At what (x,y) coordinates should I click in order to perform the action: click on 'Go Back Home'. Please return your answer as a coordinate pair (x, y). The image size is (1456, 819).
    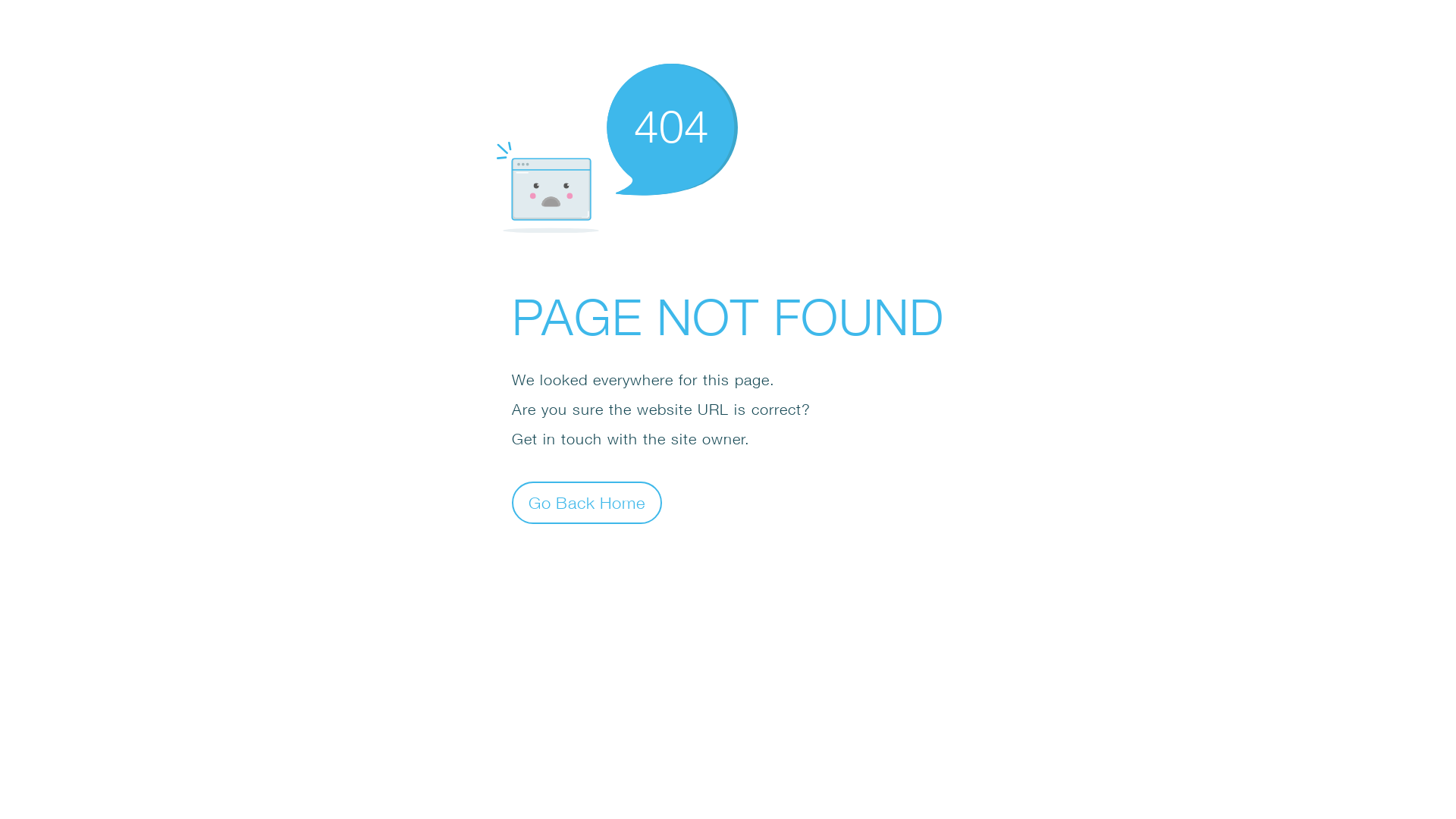
    Looking at the image, I should click on (585, 503).